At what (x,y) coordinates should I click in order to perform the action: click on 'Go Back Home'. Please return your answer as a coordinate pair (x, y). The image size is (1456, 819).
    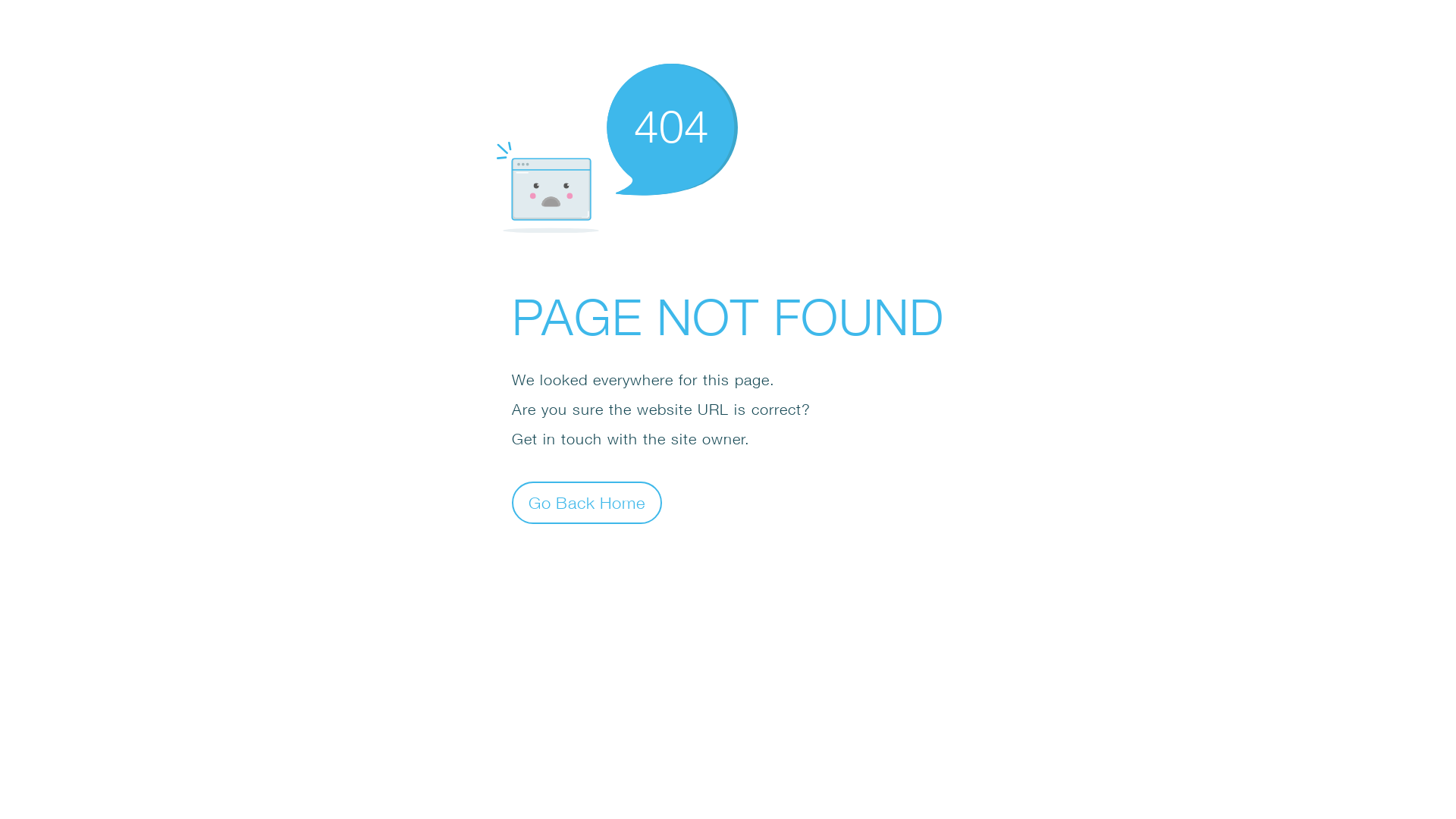
    Looking at the image, I should click on (585, 503).